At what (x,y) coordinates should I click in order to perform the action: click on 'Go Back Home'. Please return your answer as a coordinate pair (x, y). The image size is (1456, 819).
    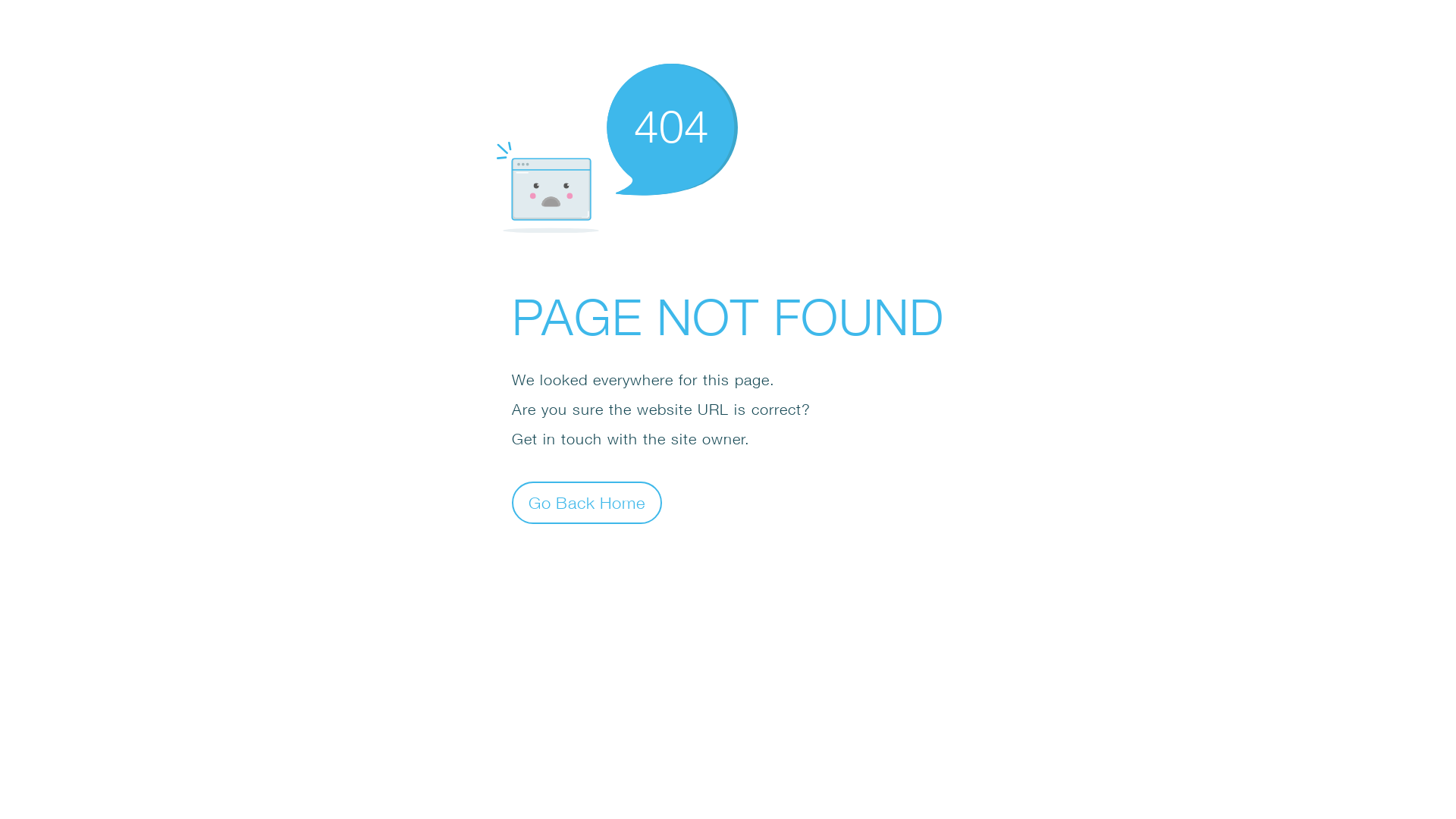
    Looking at the image, I should click on (585, 503).